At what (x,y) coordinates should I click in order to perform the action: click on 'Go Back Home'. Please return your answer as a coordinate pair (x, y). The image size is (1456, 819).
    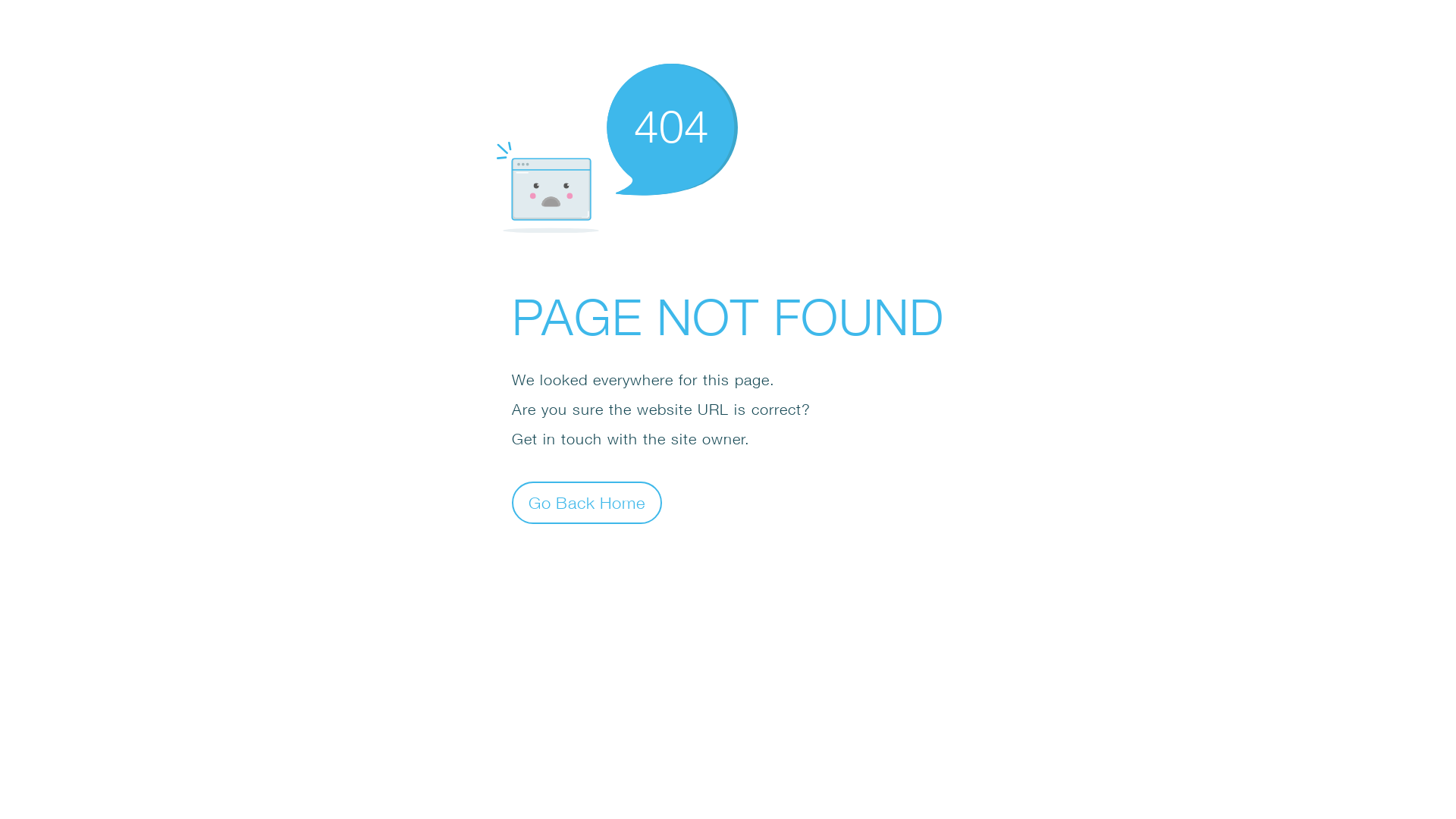
    Looking at the image, I should click on (585, 503).